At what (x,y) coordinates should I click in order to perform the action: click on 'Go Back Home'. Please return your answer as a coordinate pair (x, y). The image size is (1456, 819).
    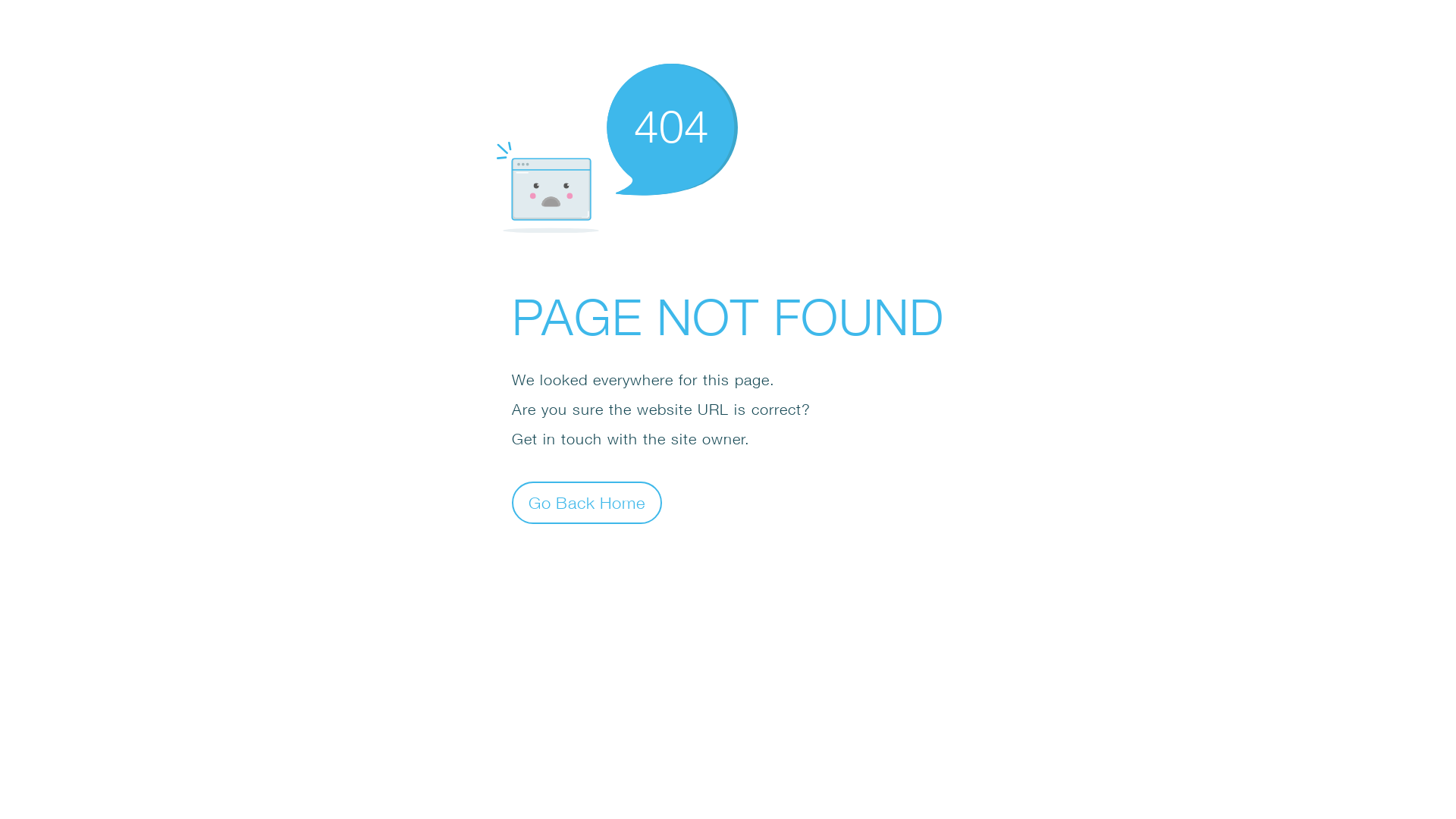
    Looking at the image, I should click on (585, 503).